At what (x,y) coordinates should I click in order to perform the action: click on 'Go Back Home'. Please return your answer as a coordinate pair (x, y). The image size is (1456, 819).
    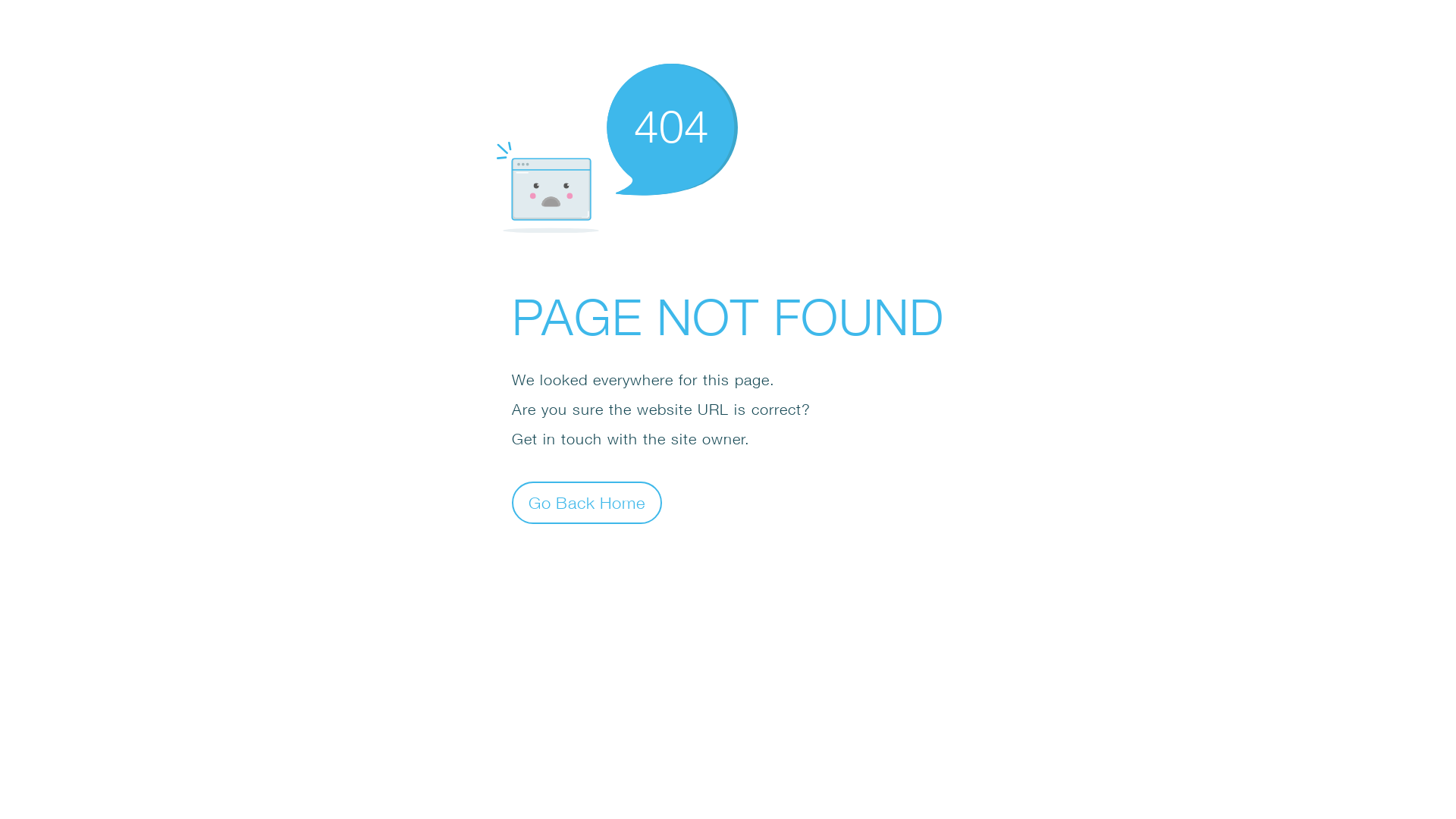
    Looking at the image, I should click on (585, 503).